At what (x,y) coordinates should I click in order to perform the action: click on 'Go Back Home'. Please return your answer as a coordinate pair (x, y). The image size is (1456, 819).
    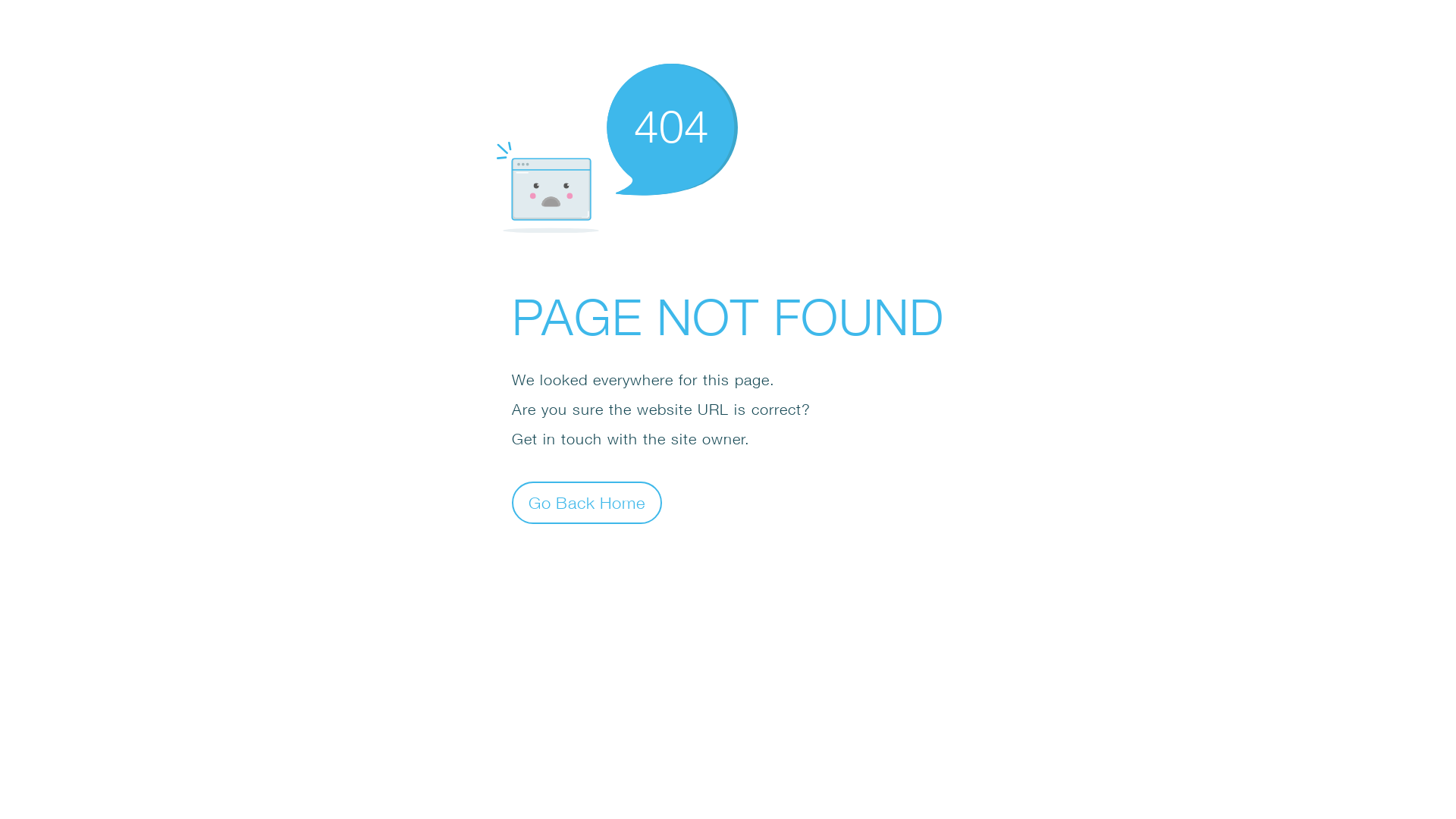
    Looking at the image, I should click on (585, 503).